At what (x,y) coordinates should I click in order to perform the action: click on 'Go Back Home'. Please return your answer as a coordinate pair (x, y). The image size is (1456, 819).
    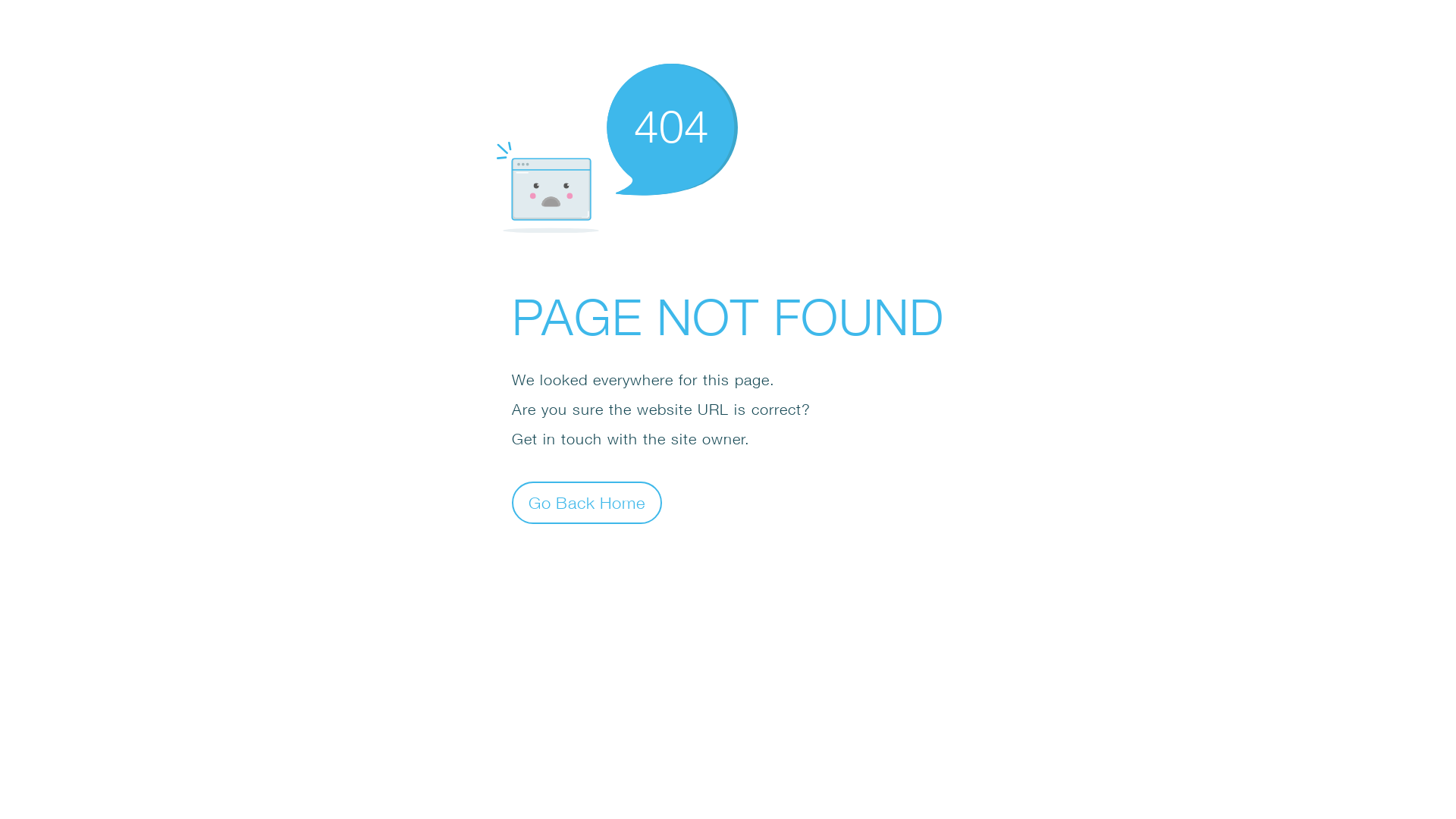
    Looking at the image, I should click on (585, 503).